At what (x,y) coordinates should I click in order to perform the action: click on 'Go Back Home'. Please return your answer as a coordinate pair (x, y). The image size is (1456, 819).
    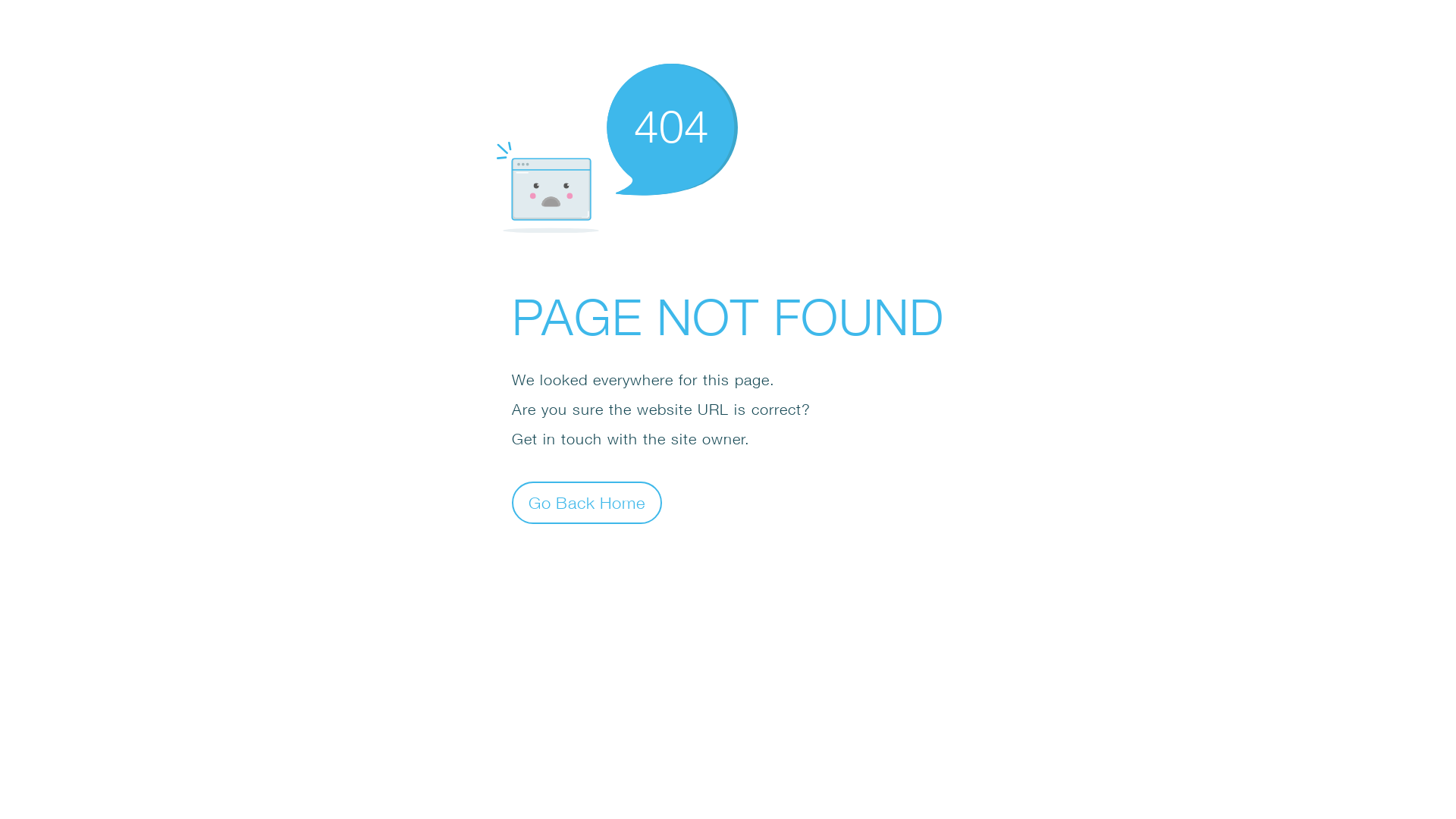
    Looking at the image, I should click on (585, 503).